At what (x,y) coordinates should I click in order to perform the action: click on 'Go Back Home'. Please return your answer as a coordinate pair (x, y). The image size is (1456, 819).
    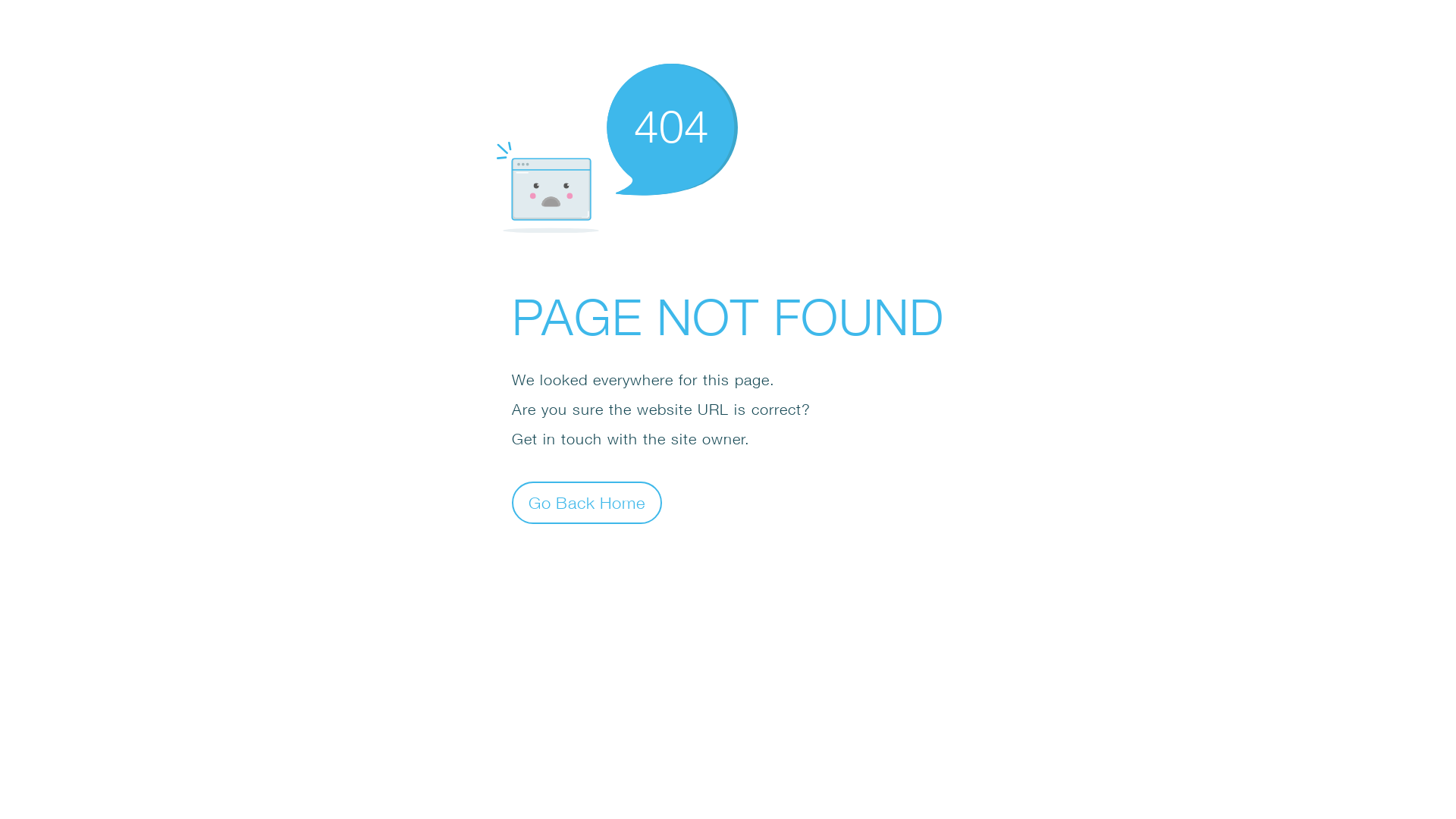
    Looking at the image, I should click on (585, 503).